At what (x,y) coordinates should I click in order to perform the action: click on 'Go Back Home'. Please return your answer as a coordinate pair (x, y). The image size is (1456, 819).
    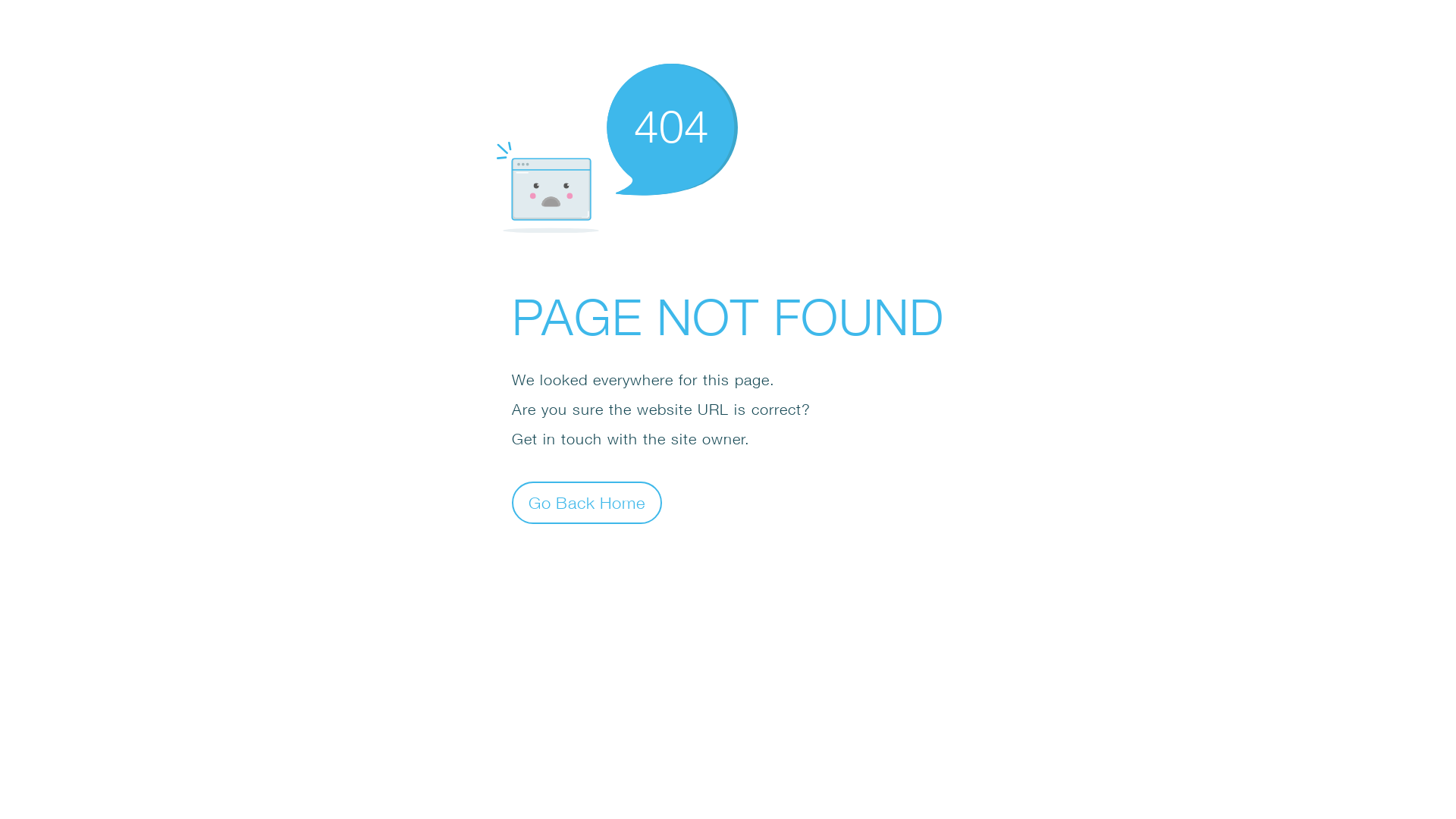
    Looking at the image, I should click on (585, 503).